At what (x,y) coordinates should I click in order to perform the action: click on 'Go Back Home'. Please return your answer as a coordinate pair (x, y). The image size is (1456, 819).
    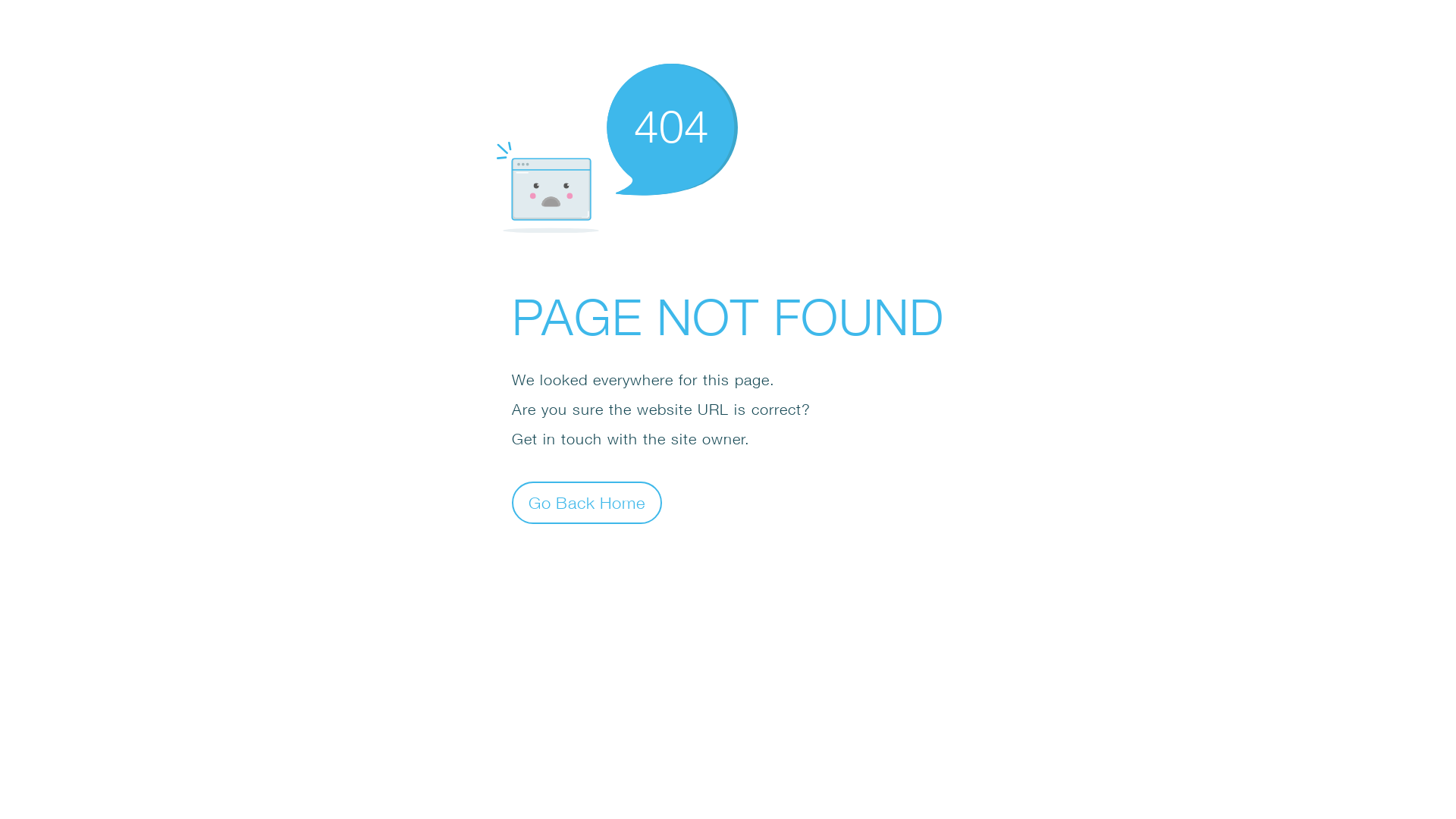
    Looking at the image, I should click on (585, 503).